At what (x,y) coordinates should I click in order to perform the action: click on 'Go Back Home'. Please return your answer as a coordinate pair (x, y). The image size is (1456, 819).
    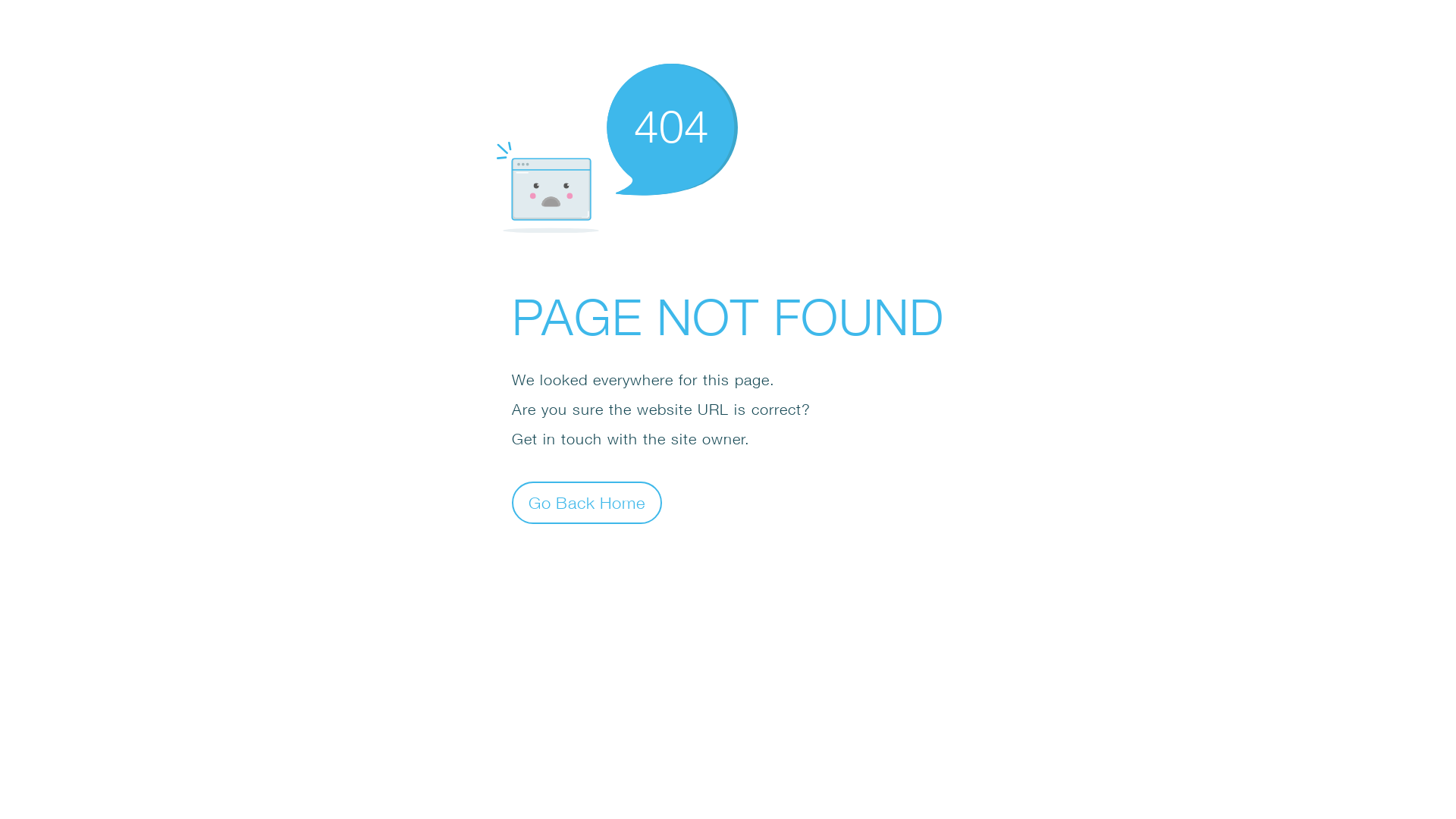
    Looking at the image, I should click on (585, 503).